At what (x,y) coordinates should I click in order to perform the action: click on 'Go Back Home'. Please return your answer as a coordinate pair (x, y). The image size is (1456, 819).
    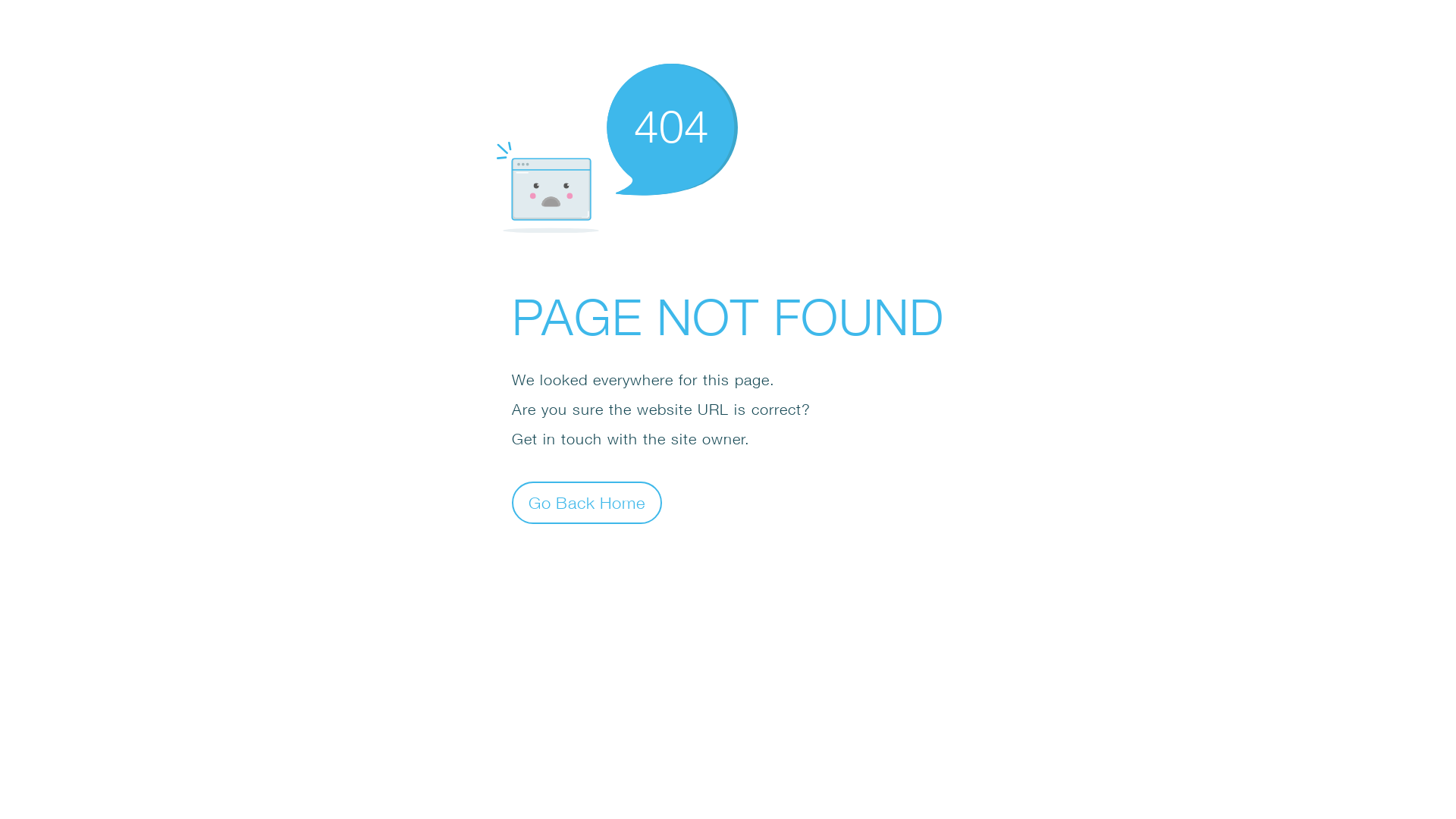
    Looking at the image, I should click on (585, 503).